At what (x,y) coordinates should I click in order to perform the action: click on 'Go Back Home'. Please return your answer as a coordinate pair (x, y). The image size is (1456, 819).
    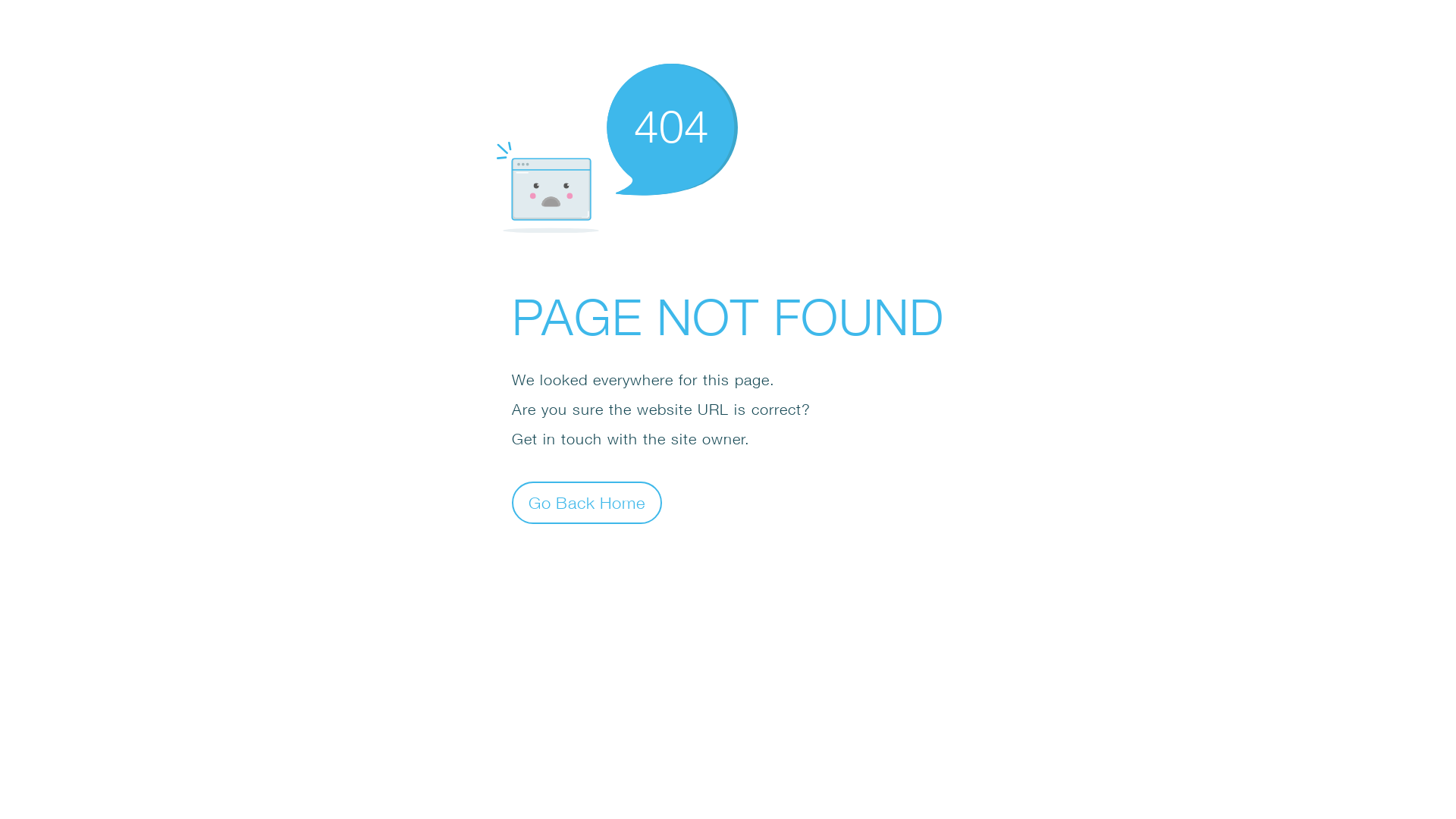
    Looking at the image, I should click on (585, 503).